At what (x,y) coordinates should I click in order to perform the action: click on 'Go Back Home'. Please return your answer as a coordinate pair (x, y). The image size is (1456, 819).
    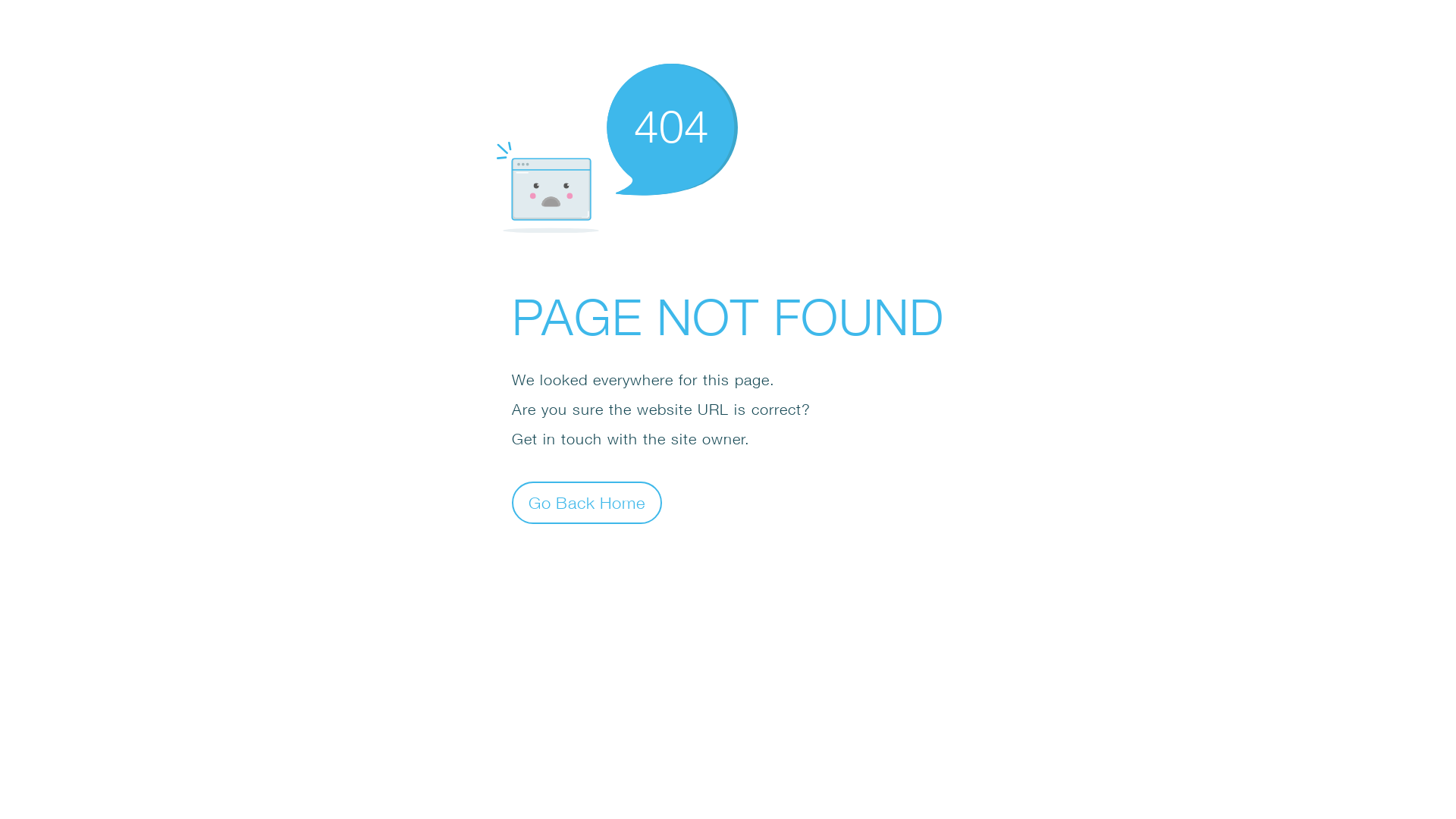
    Looking at the image, I should click on (585, 503).